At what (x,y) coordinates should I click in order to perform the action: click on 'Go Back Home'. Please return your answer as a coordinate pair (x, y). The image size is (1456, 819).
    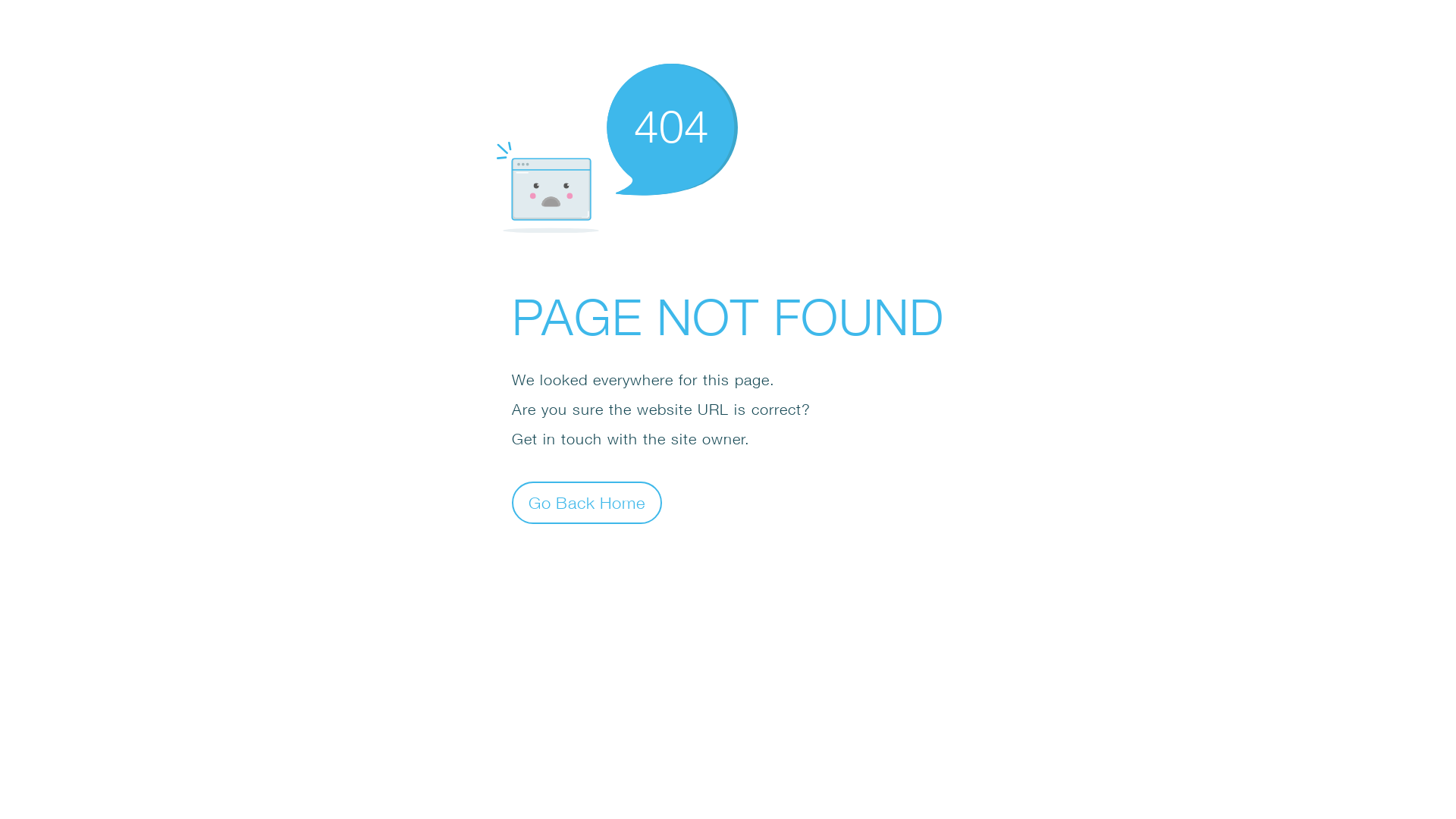
    Looking at the image, I should click on (585, 503).